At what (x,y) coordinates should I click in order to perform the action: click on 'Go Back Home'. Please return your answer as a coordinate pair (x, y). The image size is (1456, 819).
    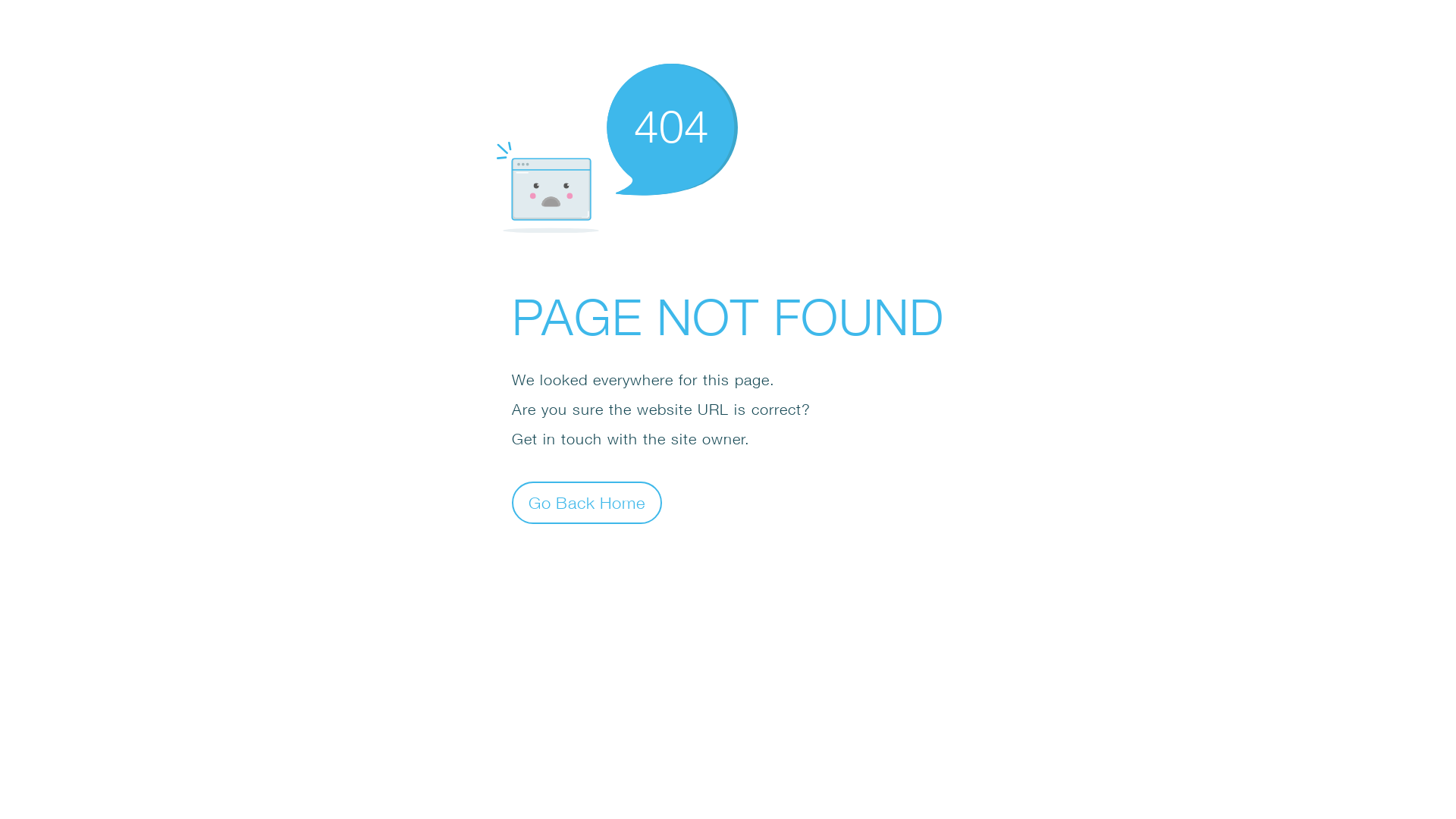
    Looking at the image, I should click on (585, 503).